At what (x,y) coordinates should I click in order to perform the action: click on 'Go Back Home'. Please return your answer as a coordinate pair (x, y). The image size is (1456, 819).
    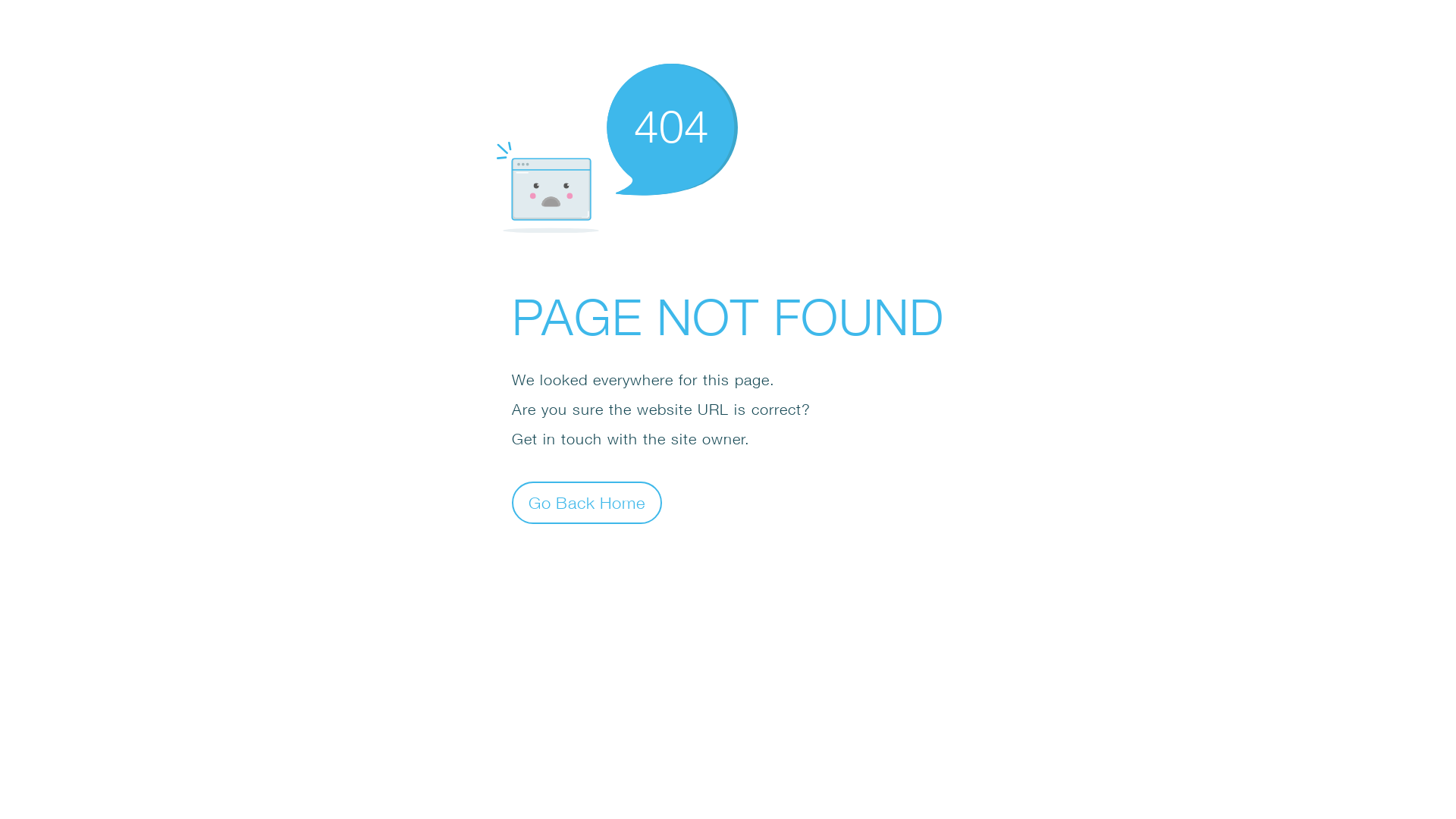
    Looking at the image, I should click on (585, 503).